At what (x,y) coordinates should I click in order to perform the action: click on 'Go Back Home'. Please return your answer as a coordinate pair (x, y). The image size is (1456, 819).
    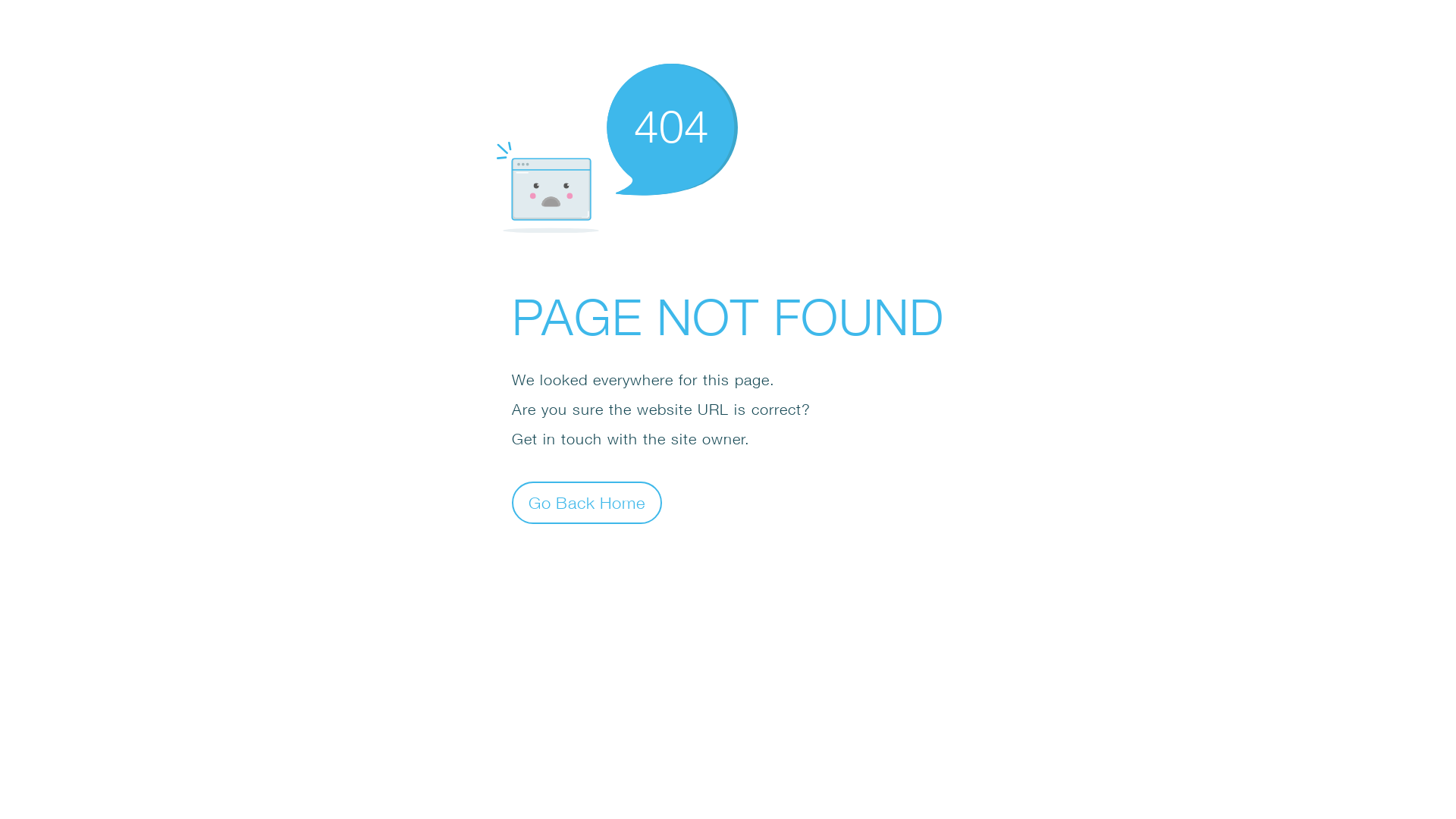
    Looking at the image, I should click on (585, 503).